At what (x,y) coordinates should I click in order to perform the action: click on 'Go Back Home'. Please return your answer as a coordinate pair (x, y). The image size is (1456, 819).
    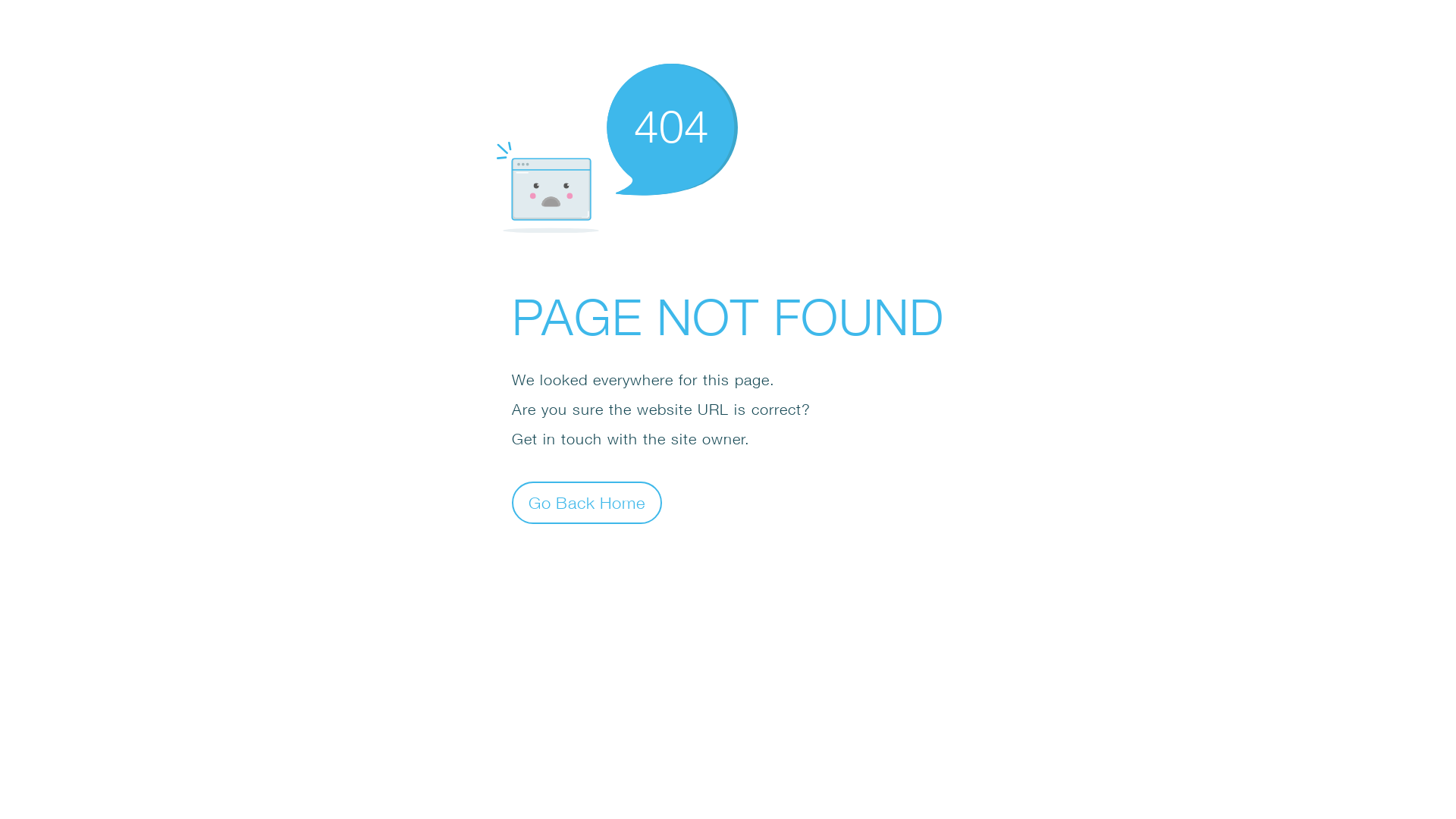
    Looking at the image, I should click on (585, 503).